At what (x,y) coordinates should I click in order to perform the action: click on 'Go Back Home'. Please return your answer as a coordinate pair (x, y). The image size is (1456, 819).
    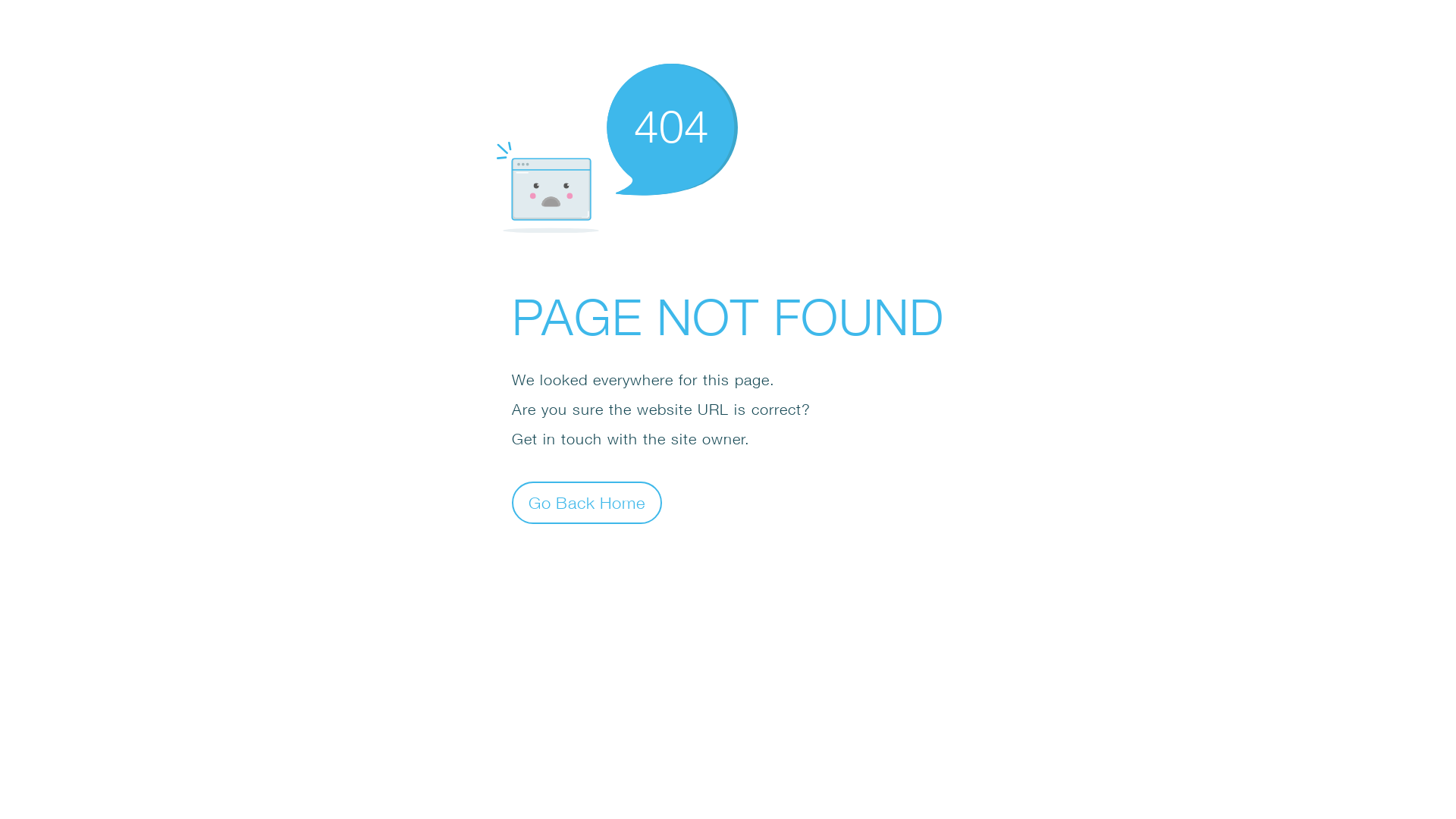
    Looking at the image, I should click on (585, 503).